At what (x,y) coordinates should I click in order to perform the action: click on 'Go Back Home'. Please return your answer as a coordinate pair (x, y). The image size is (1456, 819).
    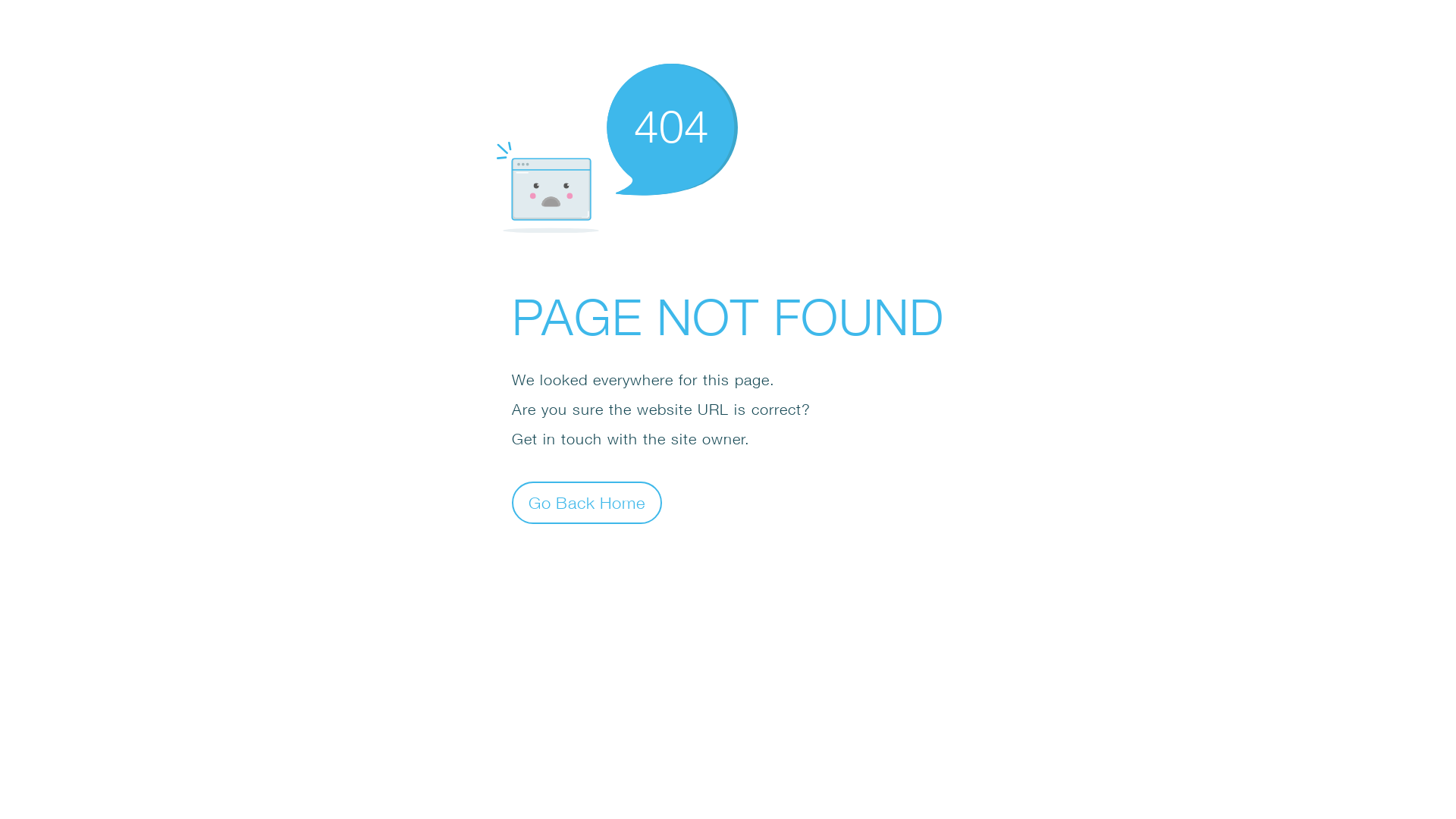
    Looking at the image, I should click on (585, 503).